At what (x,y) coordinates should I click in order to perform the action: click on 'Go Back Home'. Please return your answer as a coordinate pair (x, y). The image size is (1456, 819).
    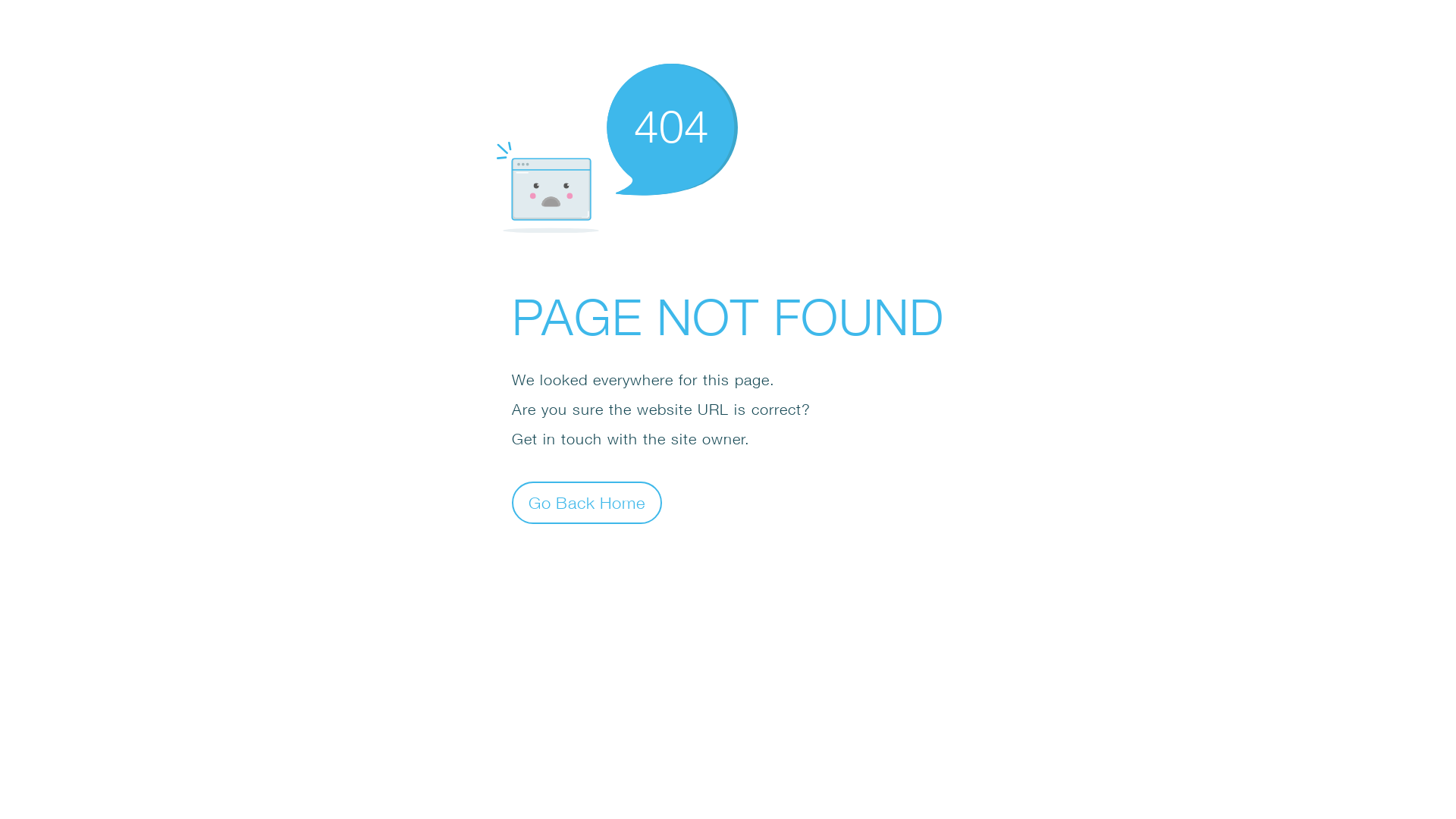
    Looking at the image, I should click on (585, 503).